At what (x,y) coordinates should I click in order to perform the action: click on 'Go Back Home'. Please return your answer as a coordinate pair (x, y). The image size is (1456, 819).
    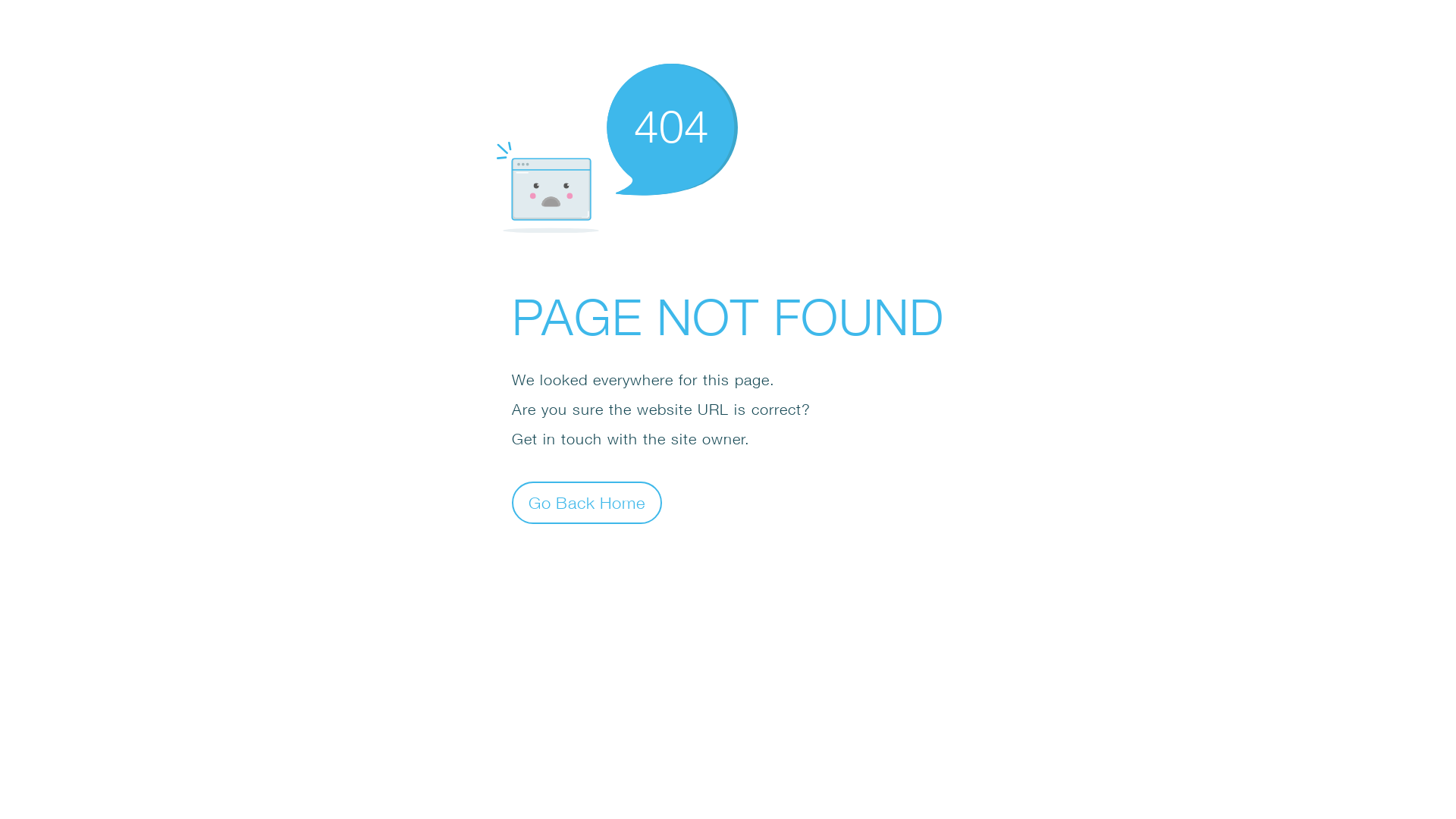
    Looking at the image, I should click on (585, 503).